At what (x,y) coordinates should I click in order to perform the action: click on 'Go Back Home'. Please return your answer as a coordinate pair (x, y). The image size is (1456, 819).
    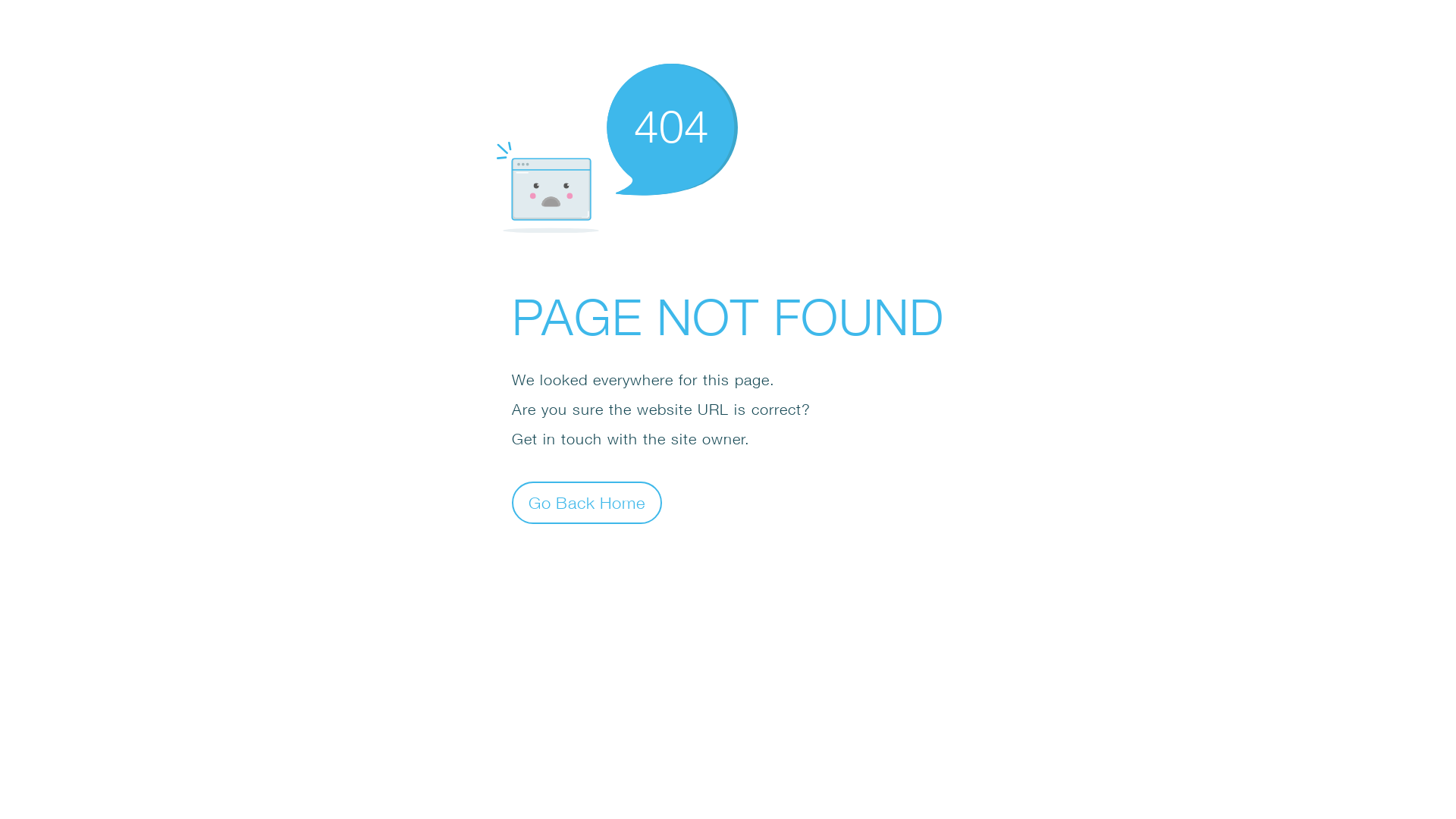
    Looking at the image, I should click on (585, 503).